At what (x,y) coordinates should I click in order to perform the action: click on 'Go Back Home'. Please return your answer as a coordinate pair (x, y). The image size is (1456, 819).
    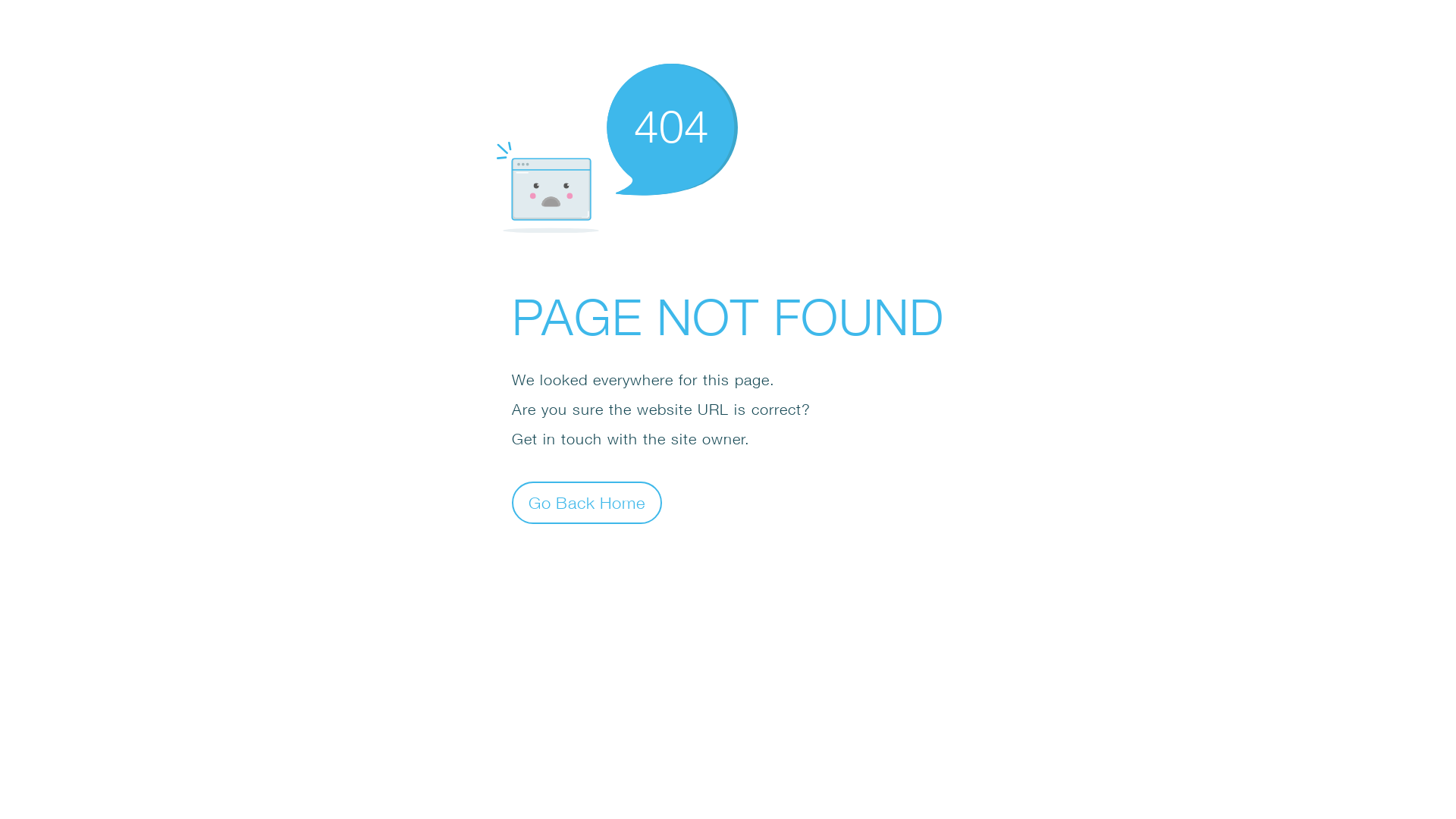
    Looking at the image, I should click on (585, 503).